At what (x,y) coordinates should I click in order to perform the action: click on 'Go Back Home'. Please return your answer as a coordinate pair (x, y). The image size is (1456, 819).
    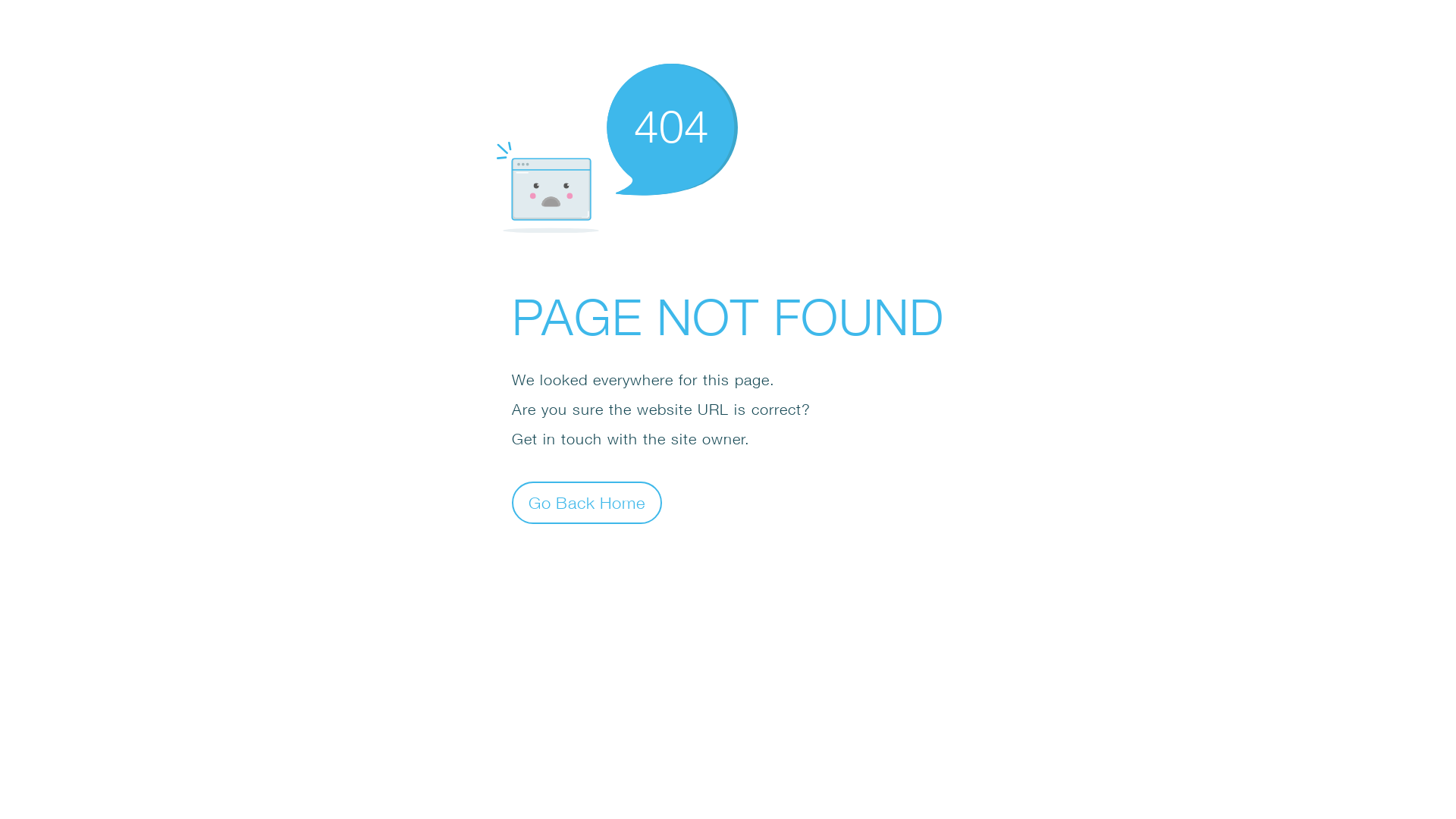
    Looking at the image, I should click on (585, 503).